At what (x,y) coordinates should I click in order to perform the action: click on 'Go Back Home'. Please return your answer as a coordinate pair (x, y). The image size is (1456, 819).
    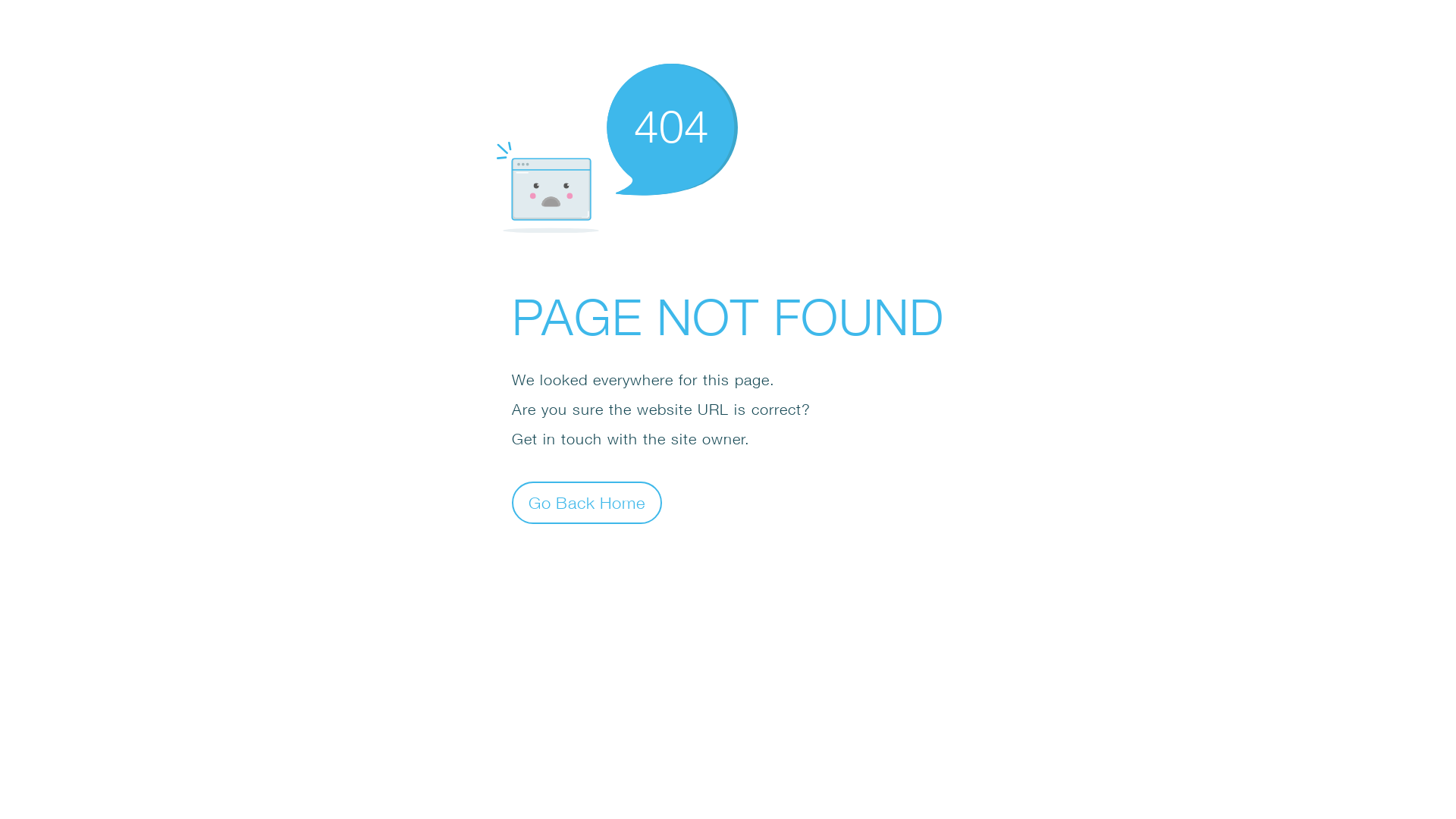
    Looking at the image, I should click on (585, 503).